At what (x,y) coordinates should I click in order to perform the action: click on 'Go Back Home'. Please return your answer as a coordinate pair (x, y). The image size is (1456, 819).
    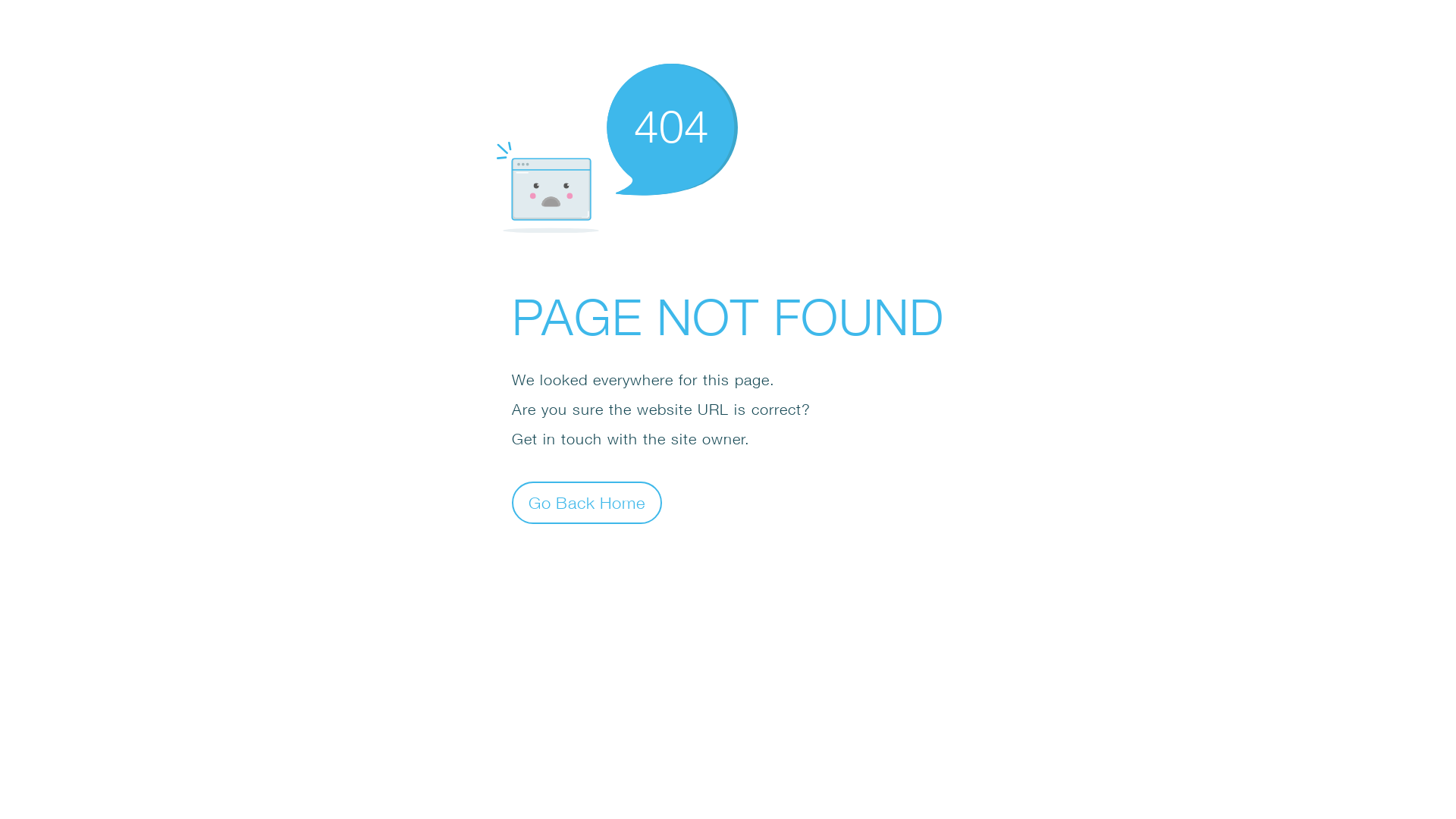
    Looking at the image, I should click on (585, 503).